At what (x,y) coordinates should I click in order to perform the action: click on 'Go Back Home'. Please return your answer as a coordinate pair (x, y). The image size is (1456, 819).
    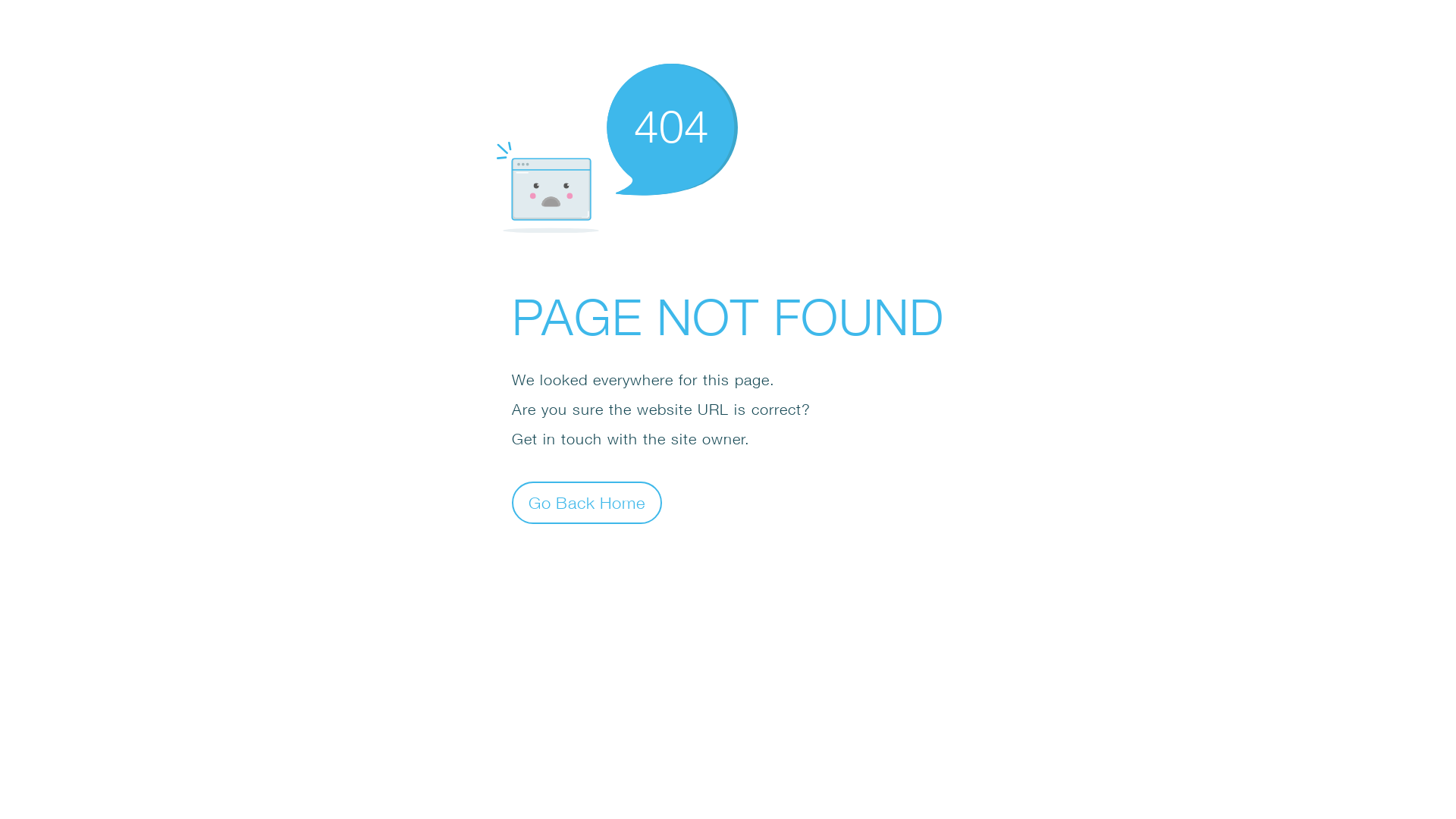
    Looking at the image, I should click on (585, 503).